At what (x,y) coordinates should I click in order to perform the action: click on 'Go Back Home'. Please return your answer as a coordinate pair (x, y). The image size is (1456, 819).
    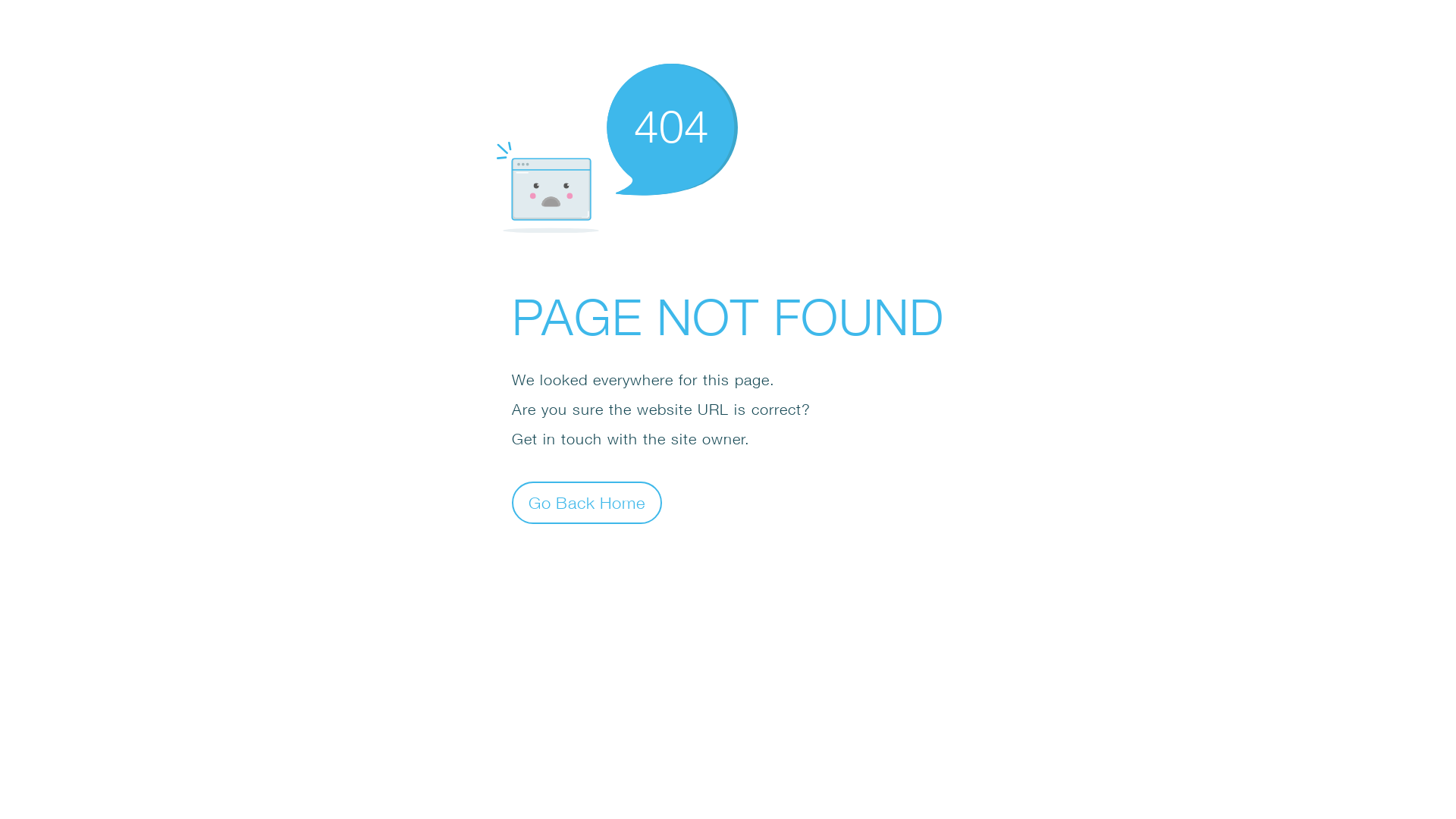
    Looking at the image, I should click on (585, 503).